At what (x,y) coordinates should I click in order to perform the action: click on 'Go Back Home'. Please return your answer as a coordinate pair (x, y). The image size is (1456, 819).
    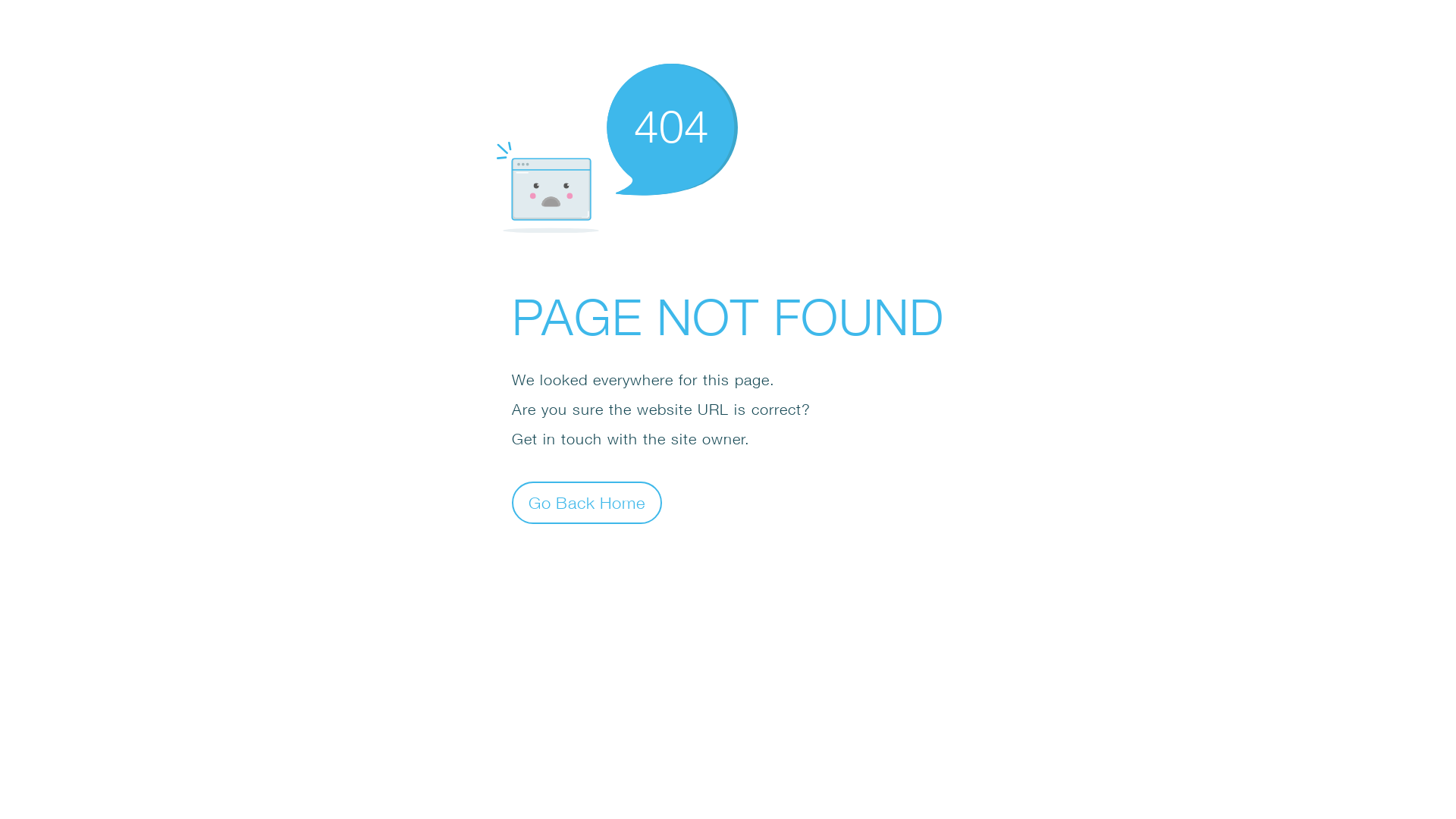
    Looking at the image, I should click on (585, 503).